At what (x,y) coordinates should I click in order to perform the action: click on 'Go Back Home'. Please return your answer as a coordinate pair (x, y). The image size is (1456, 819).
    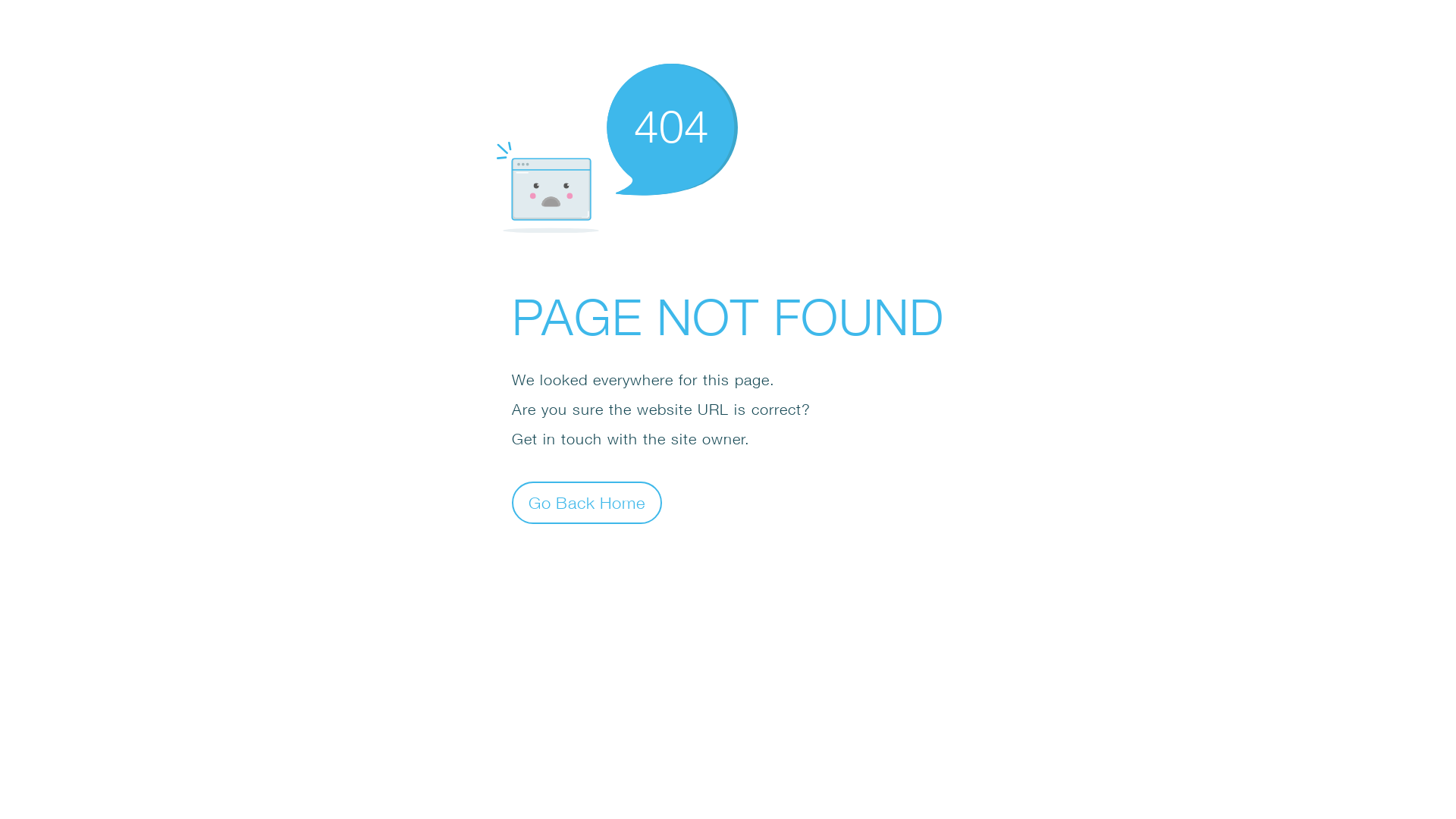
    Looking at the image, I should click on (585, 503).